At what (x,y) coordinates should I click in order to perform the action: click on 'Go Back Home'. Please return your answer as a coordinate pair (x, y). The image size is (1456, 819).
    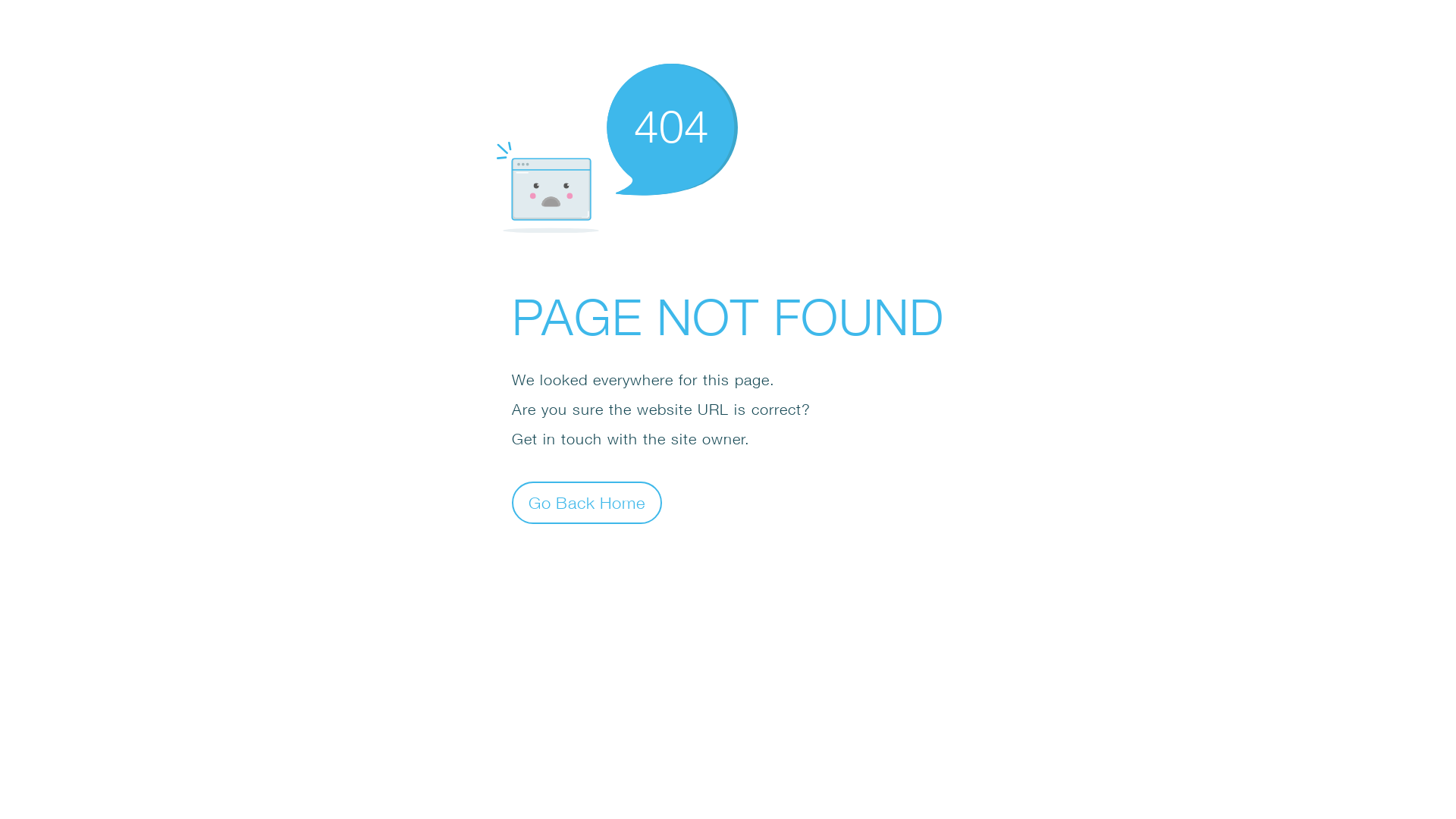
    Looking at the image, I should click on (585, 503).